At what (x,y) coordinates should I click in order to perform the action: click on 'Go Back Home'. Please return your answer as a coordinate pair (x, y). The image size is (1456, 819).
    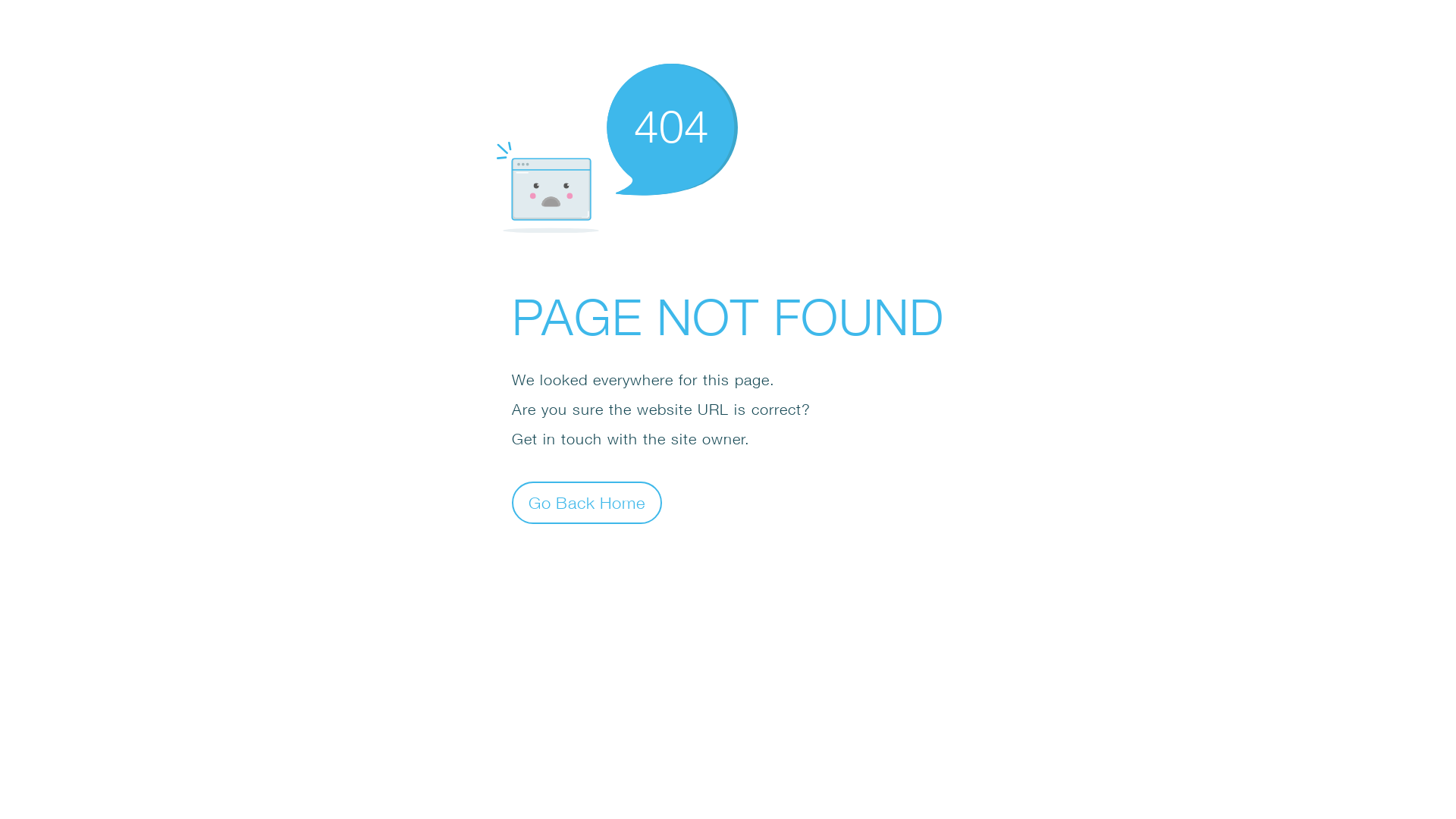
    Looking at the image, I should click on (585, 503).